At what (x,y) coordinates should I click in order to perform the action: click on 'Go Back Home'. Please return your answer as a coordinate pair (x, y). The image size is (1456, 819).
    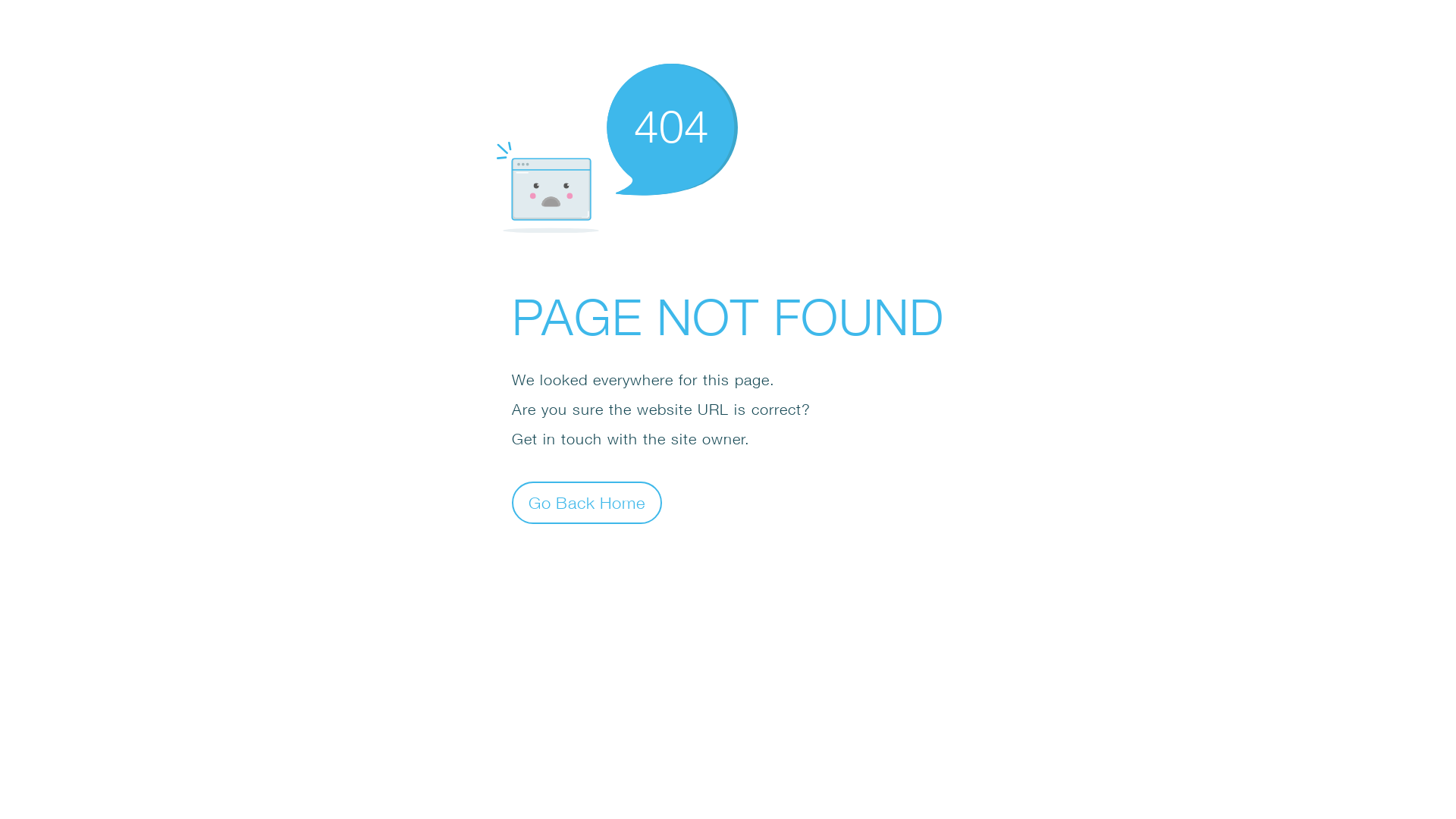
    Looking at the image, I should click on (585, 503).